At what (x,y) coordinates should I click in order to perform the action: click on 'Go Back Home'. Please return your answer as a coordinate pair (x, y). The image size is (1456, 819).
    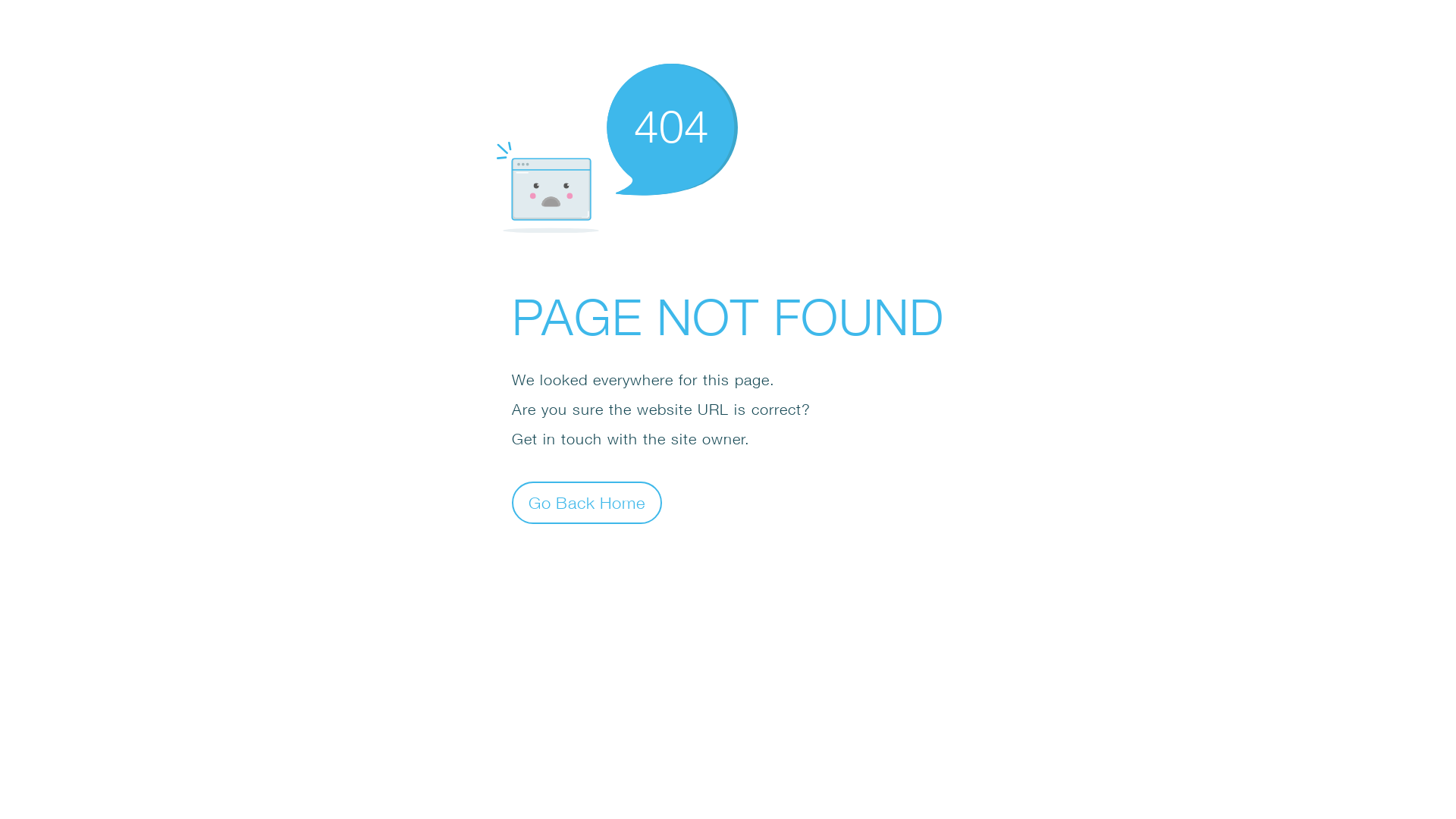
    Looking at the image, I should click on (585, 503).